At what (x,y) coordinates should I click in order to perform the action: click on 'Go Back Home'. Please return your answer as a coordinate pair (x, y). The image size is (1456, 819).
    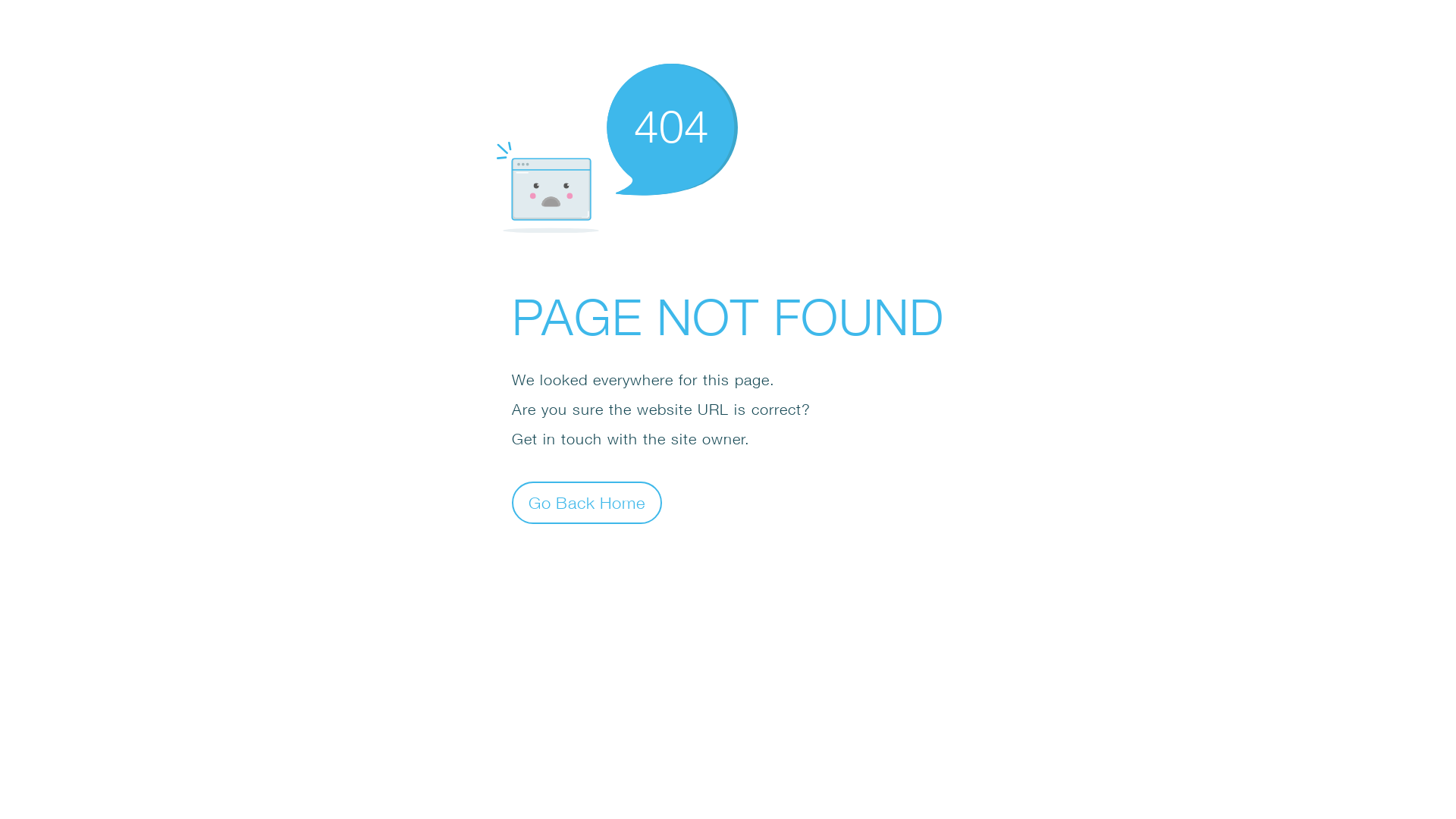
    Looking at the image, I should click on (585, 503).